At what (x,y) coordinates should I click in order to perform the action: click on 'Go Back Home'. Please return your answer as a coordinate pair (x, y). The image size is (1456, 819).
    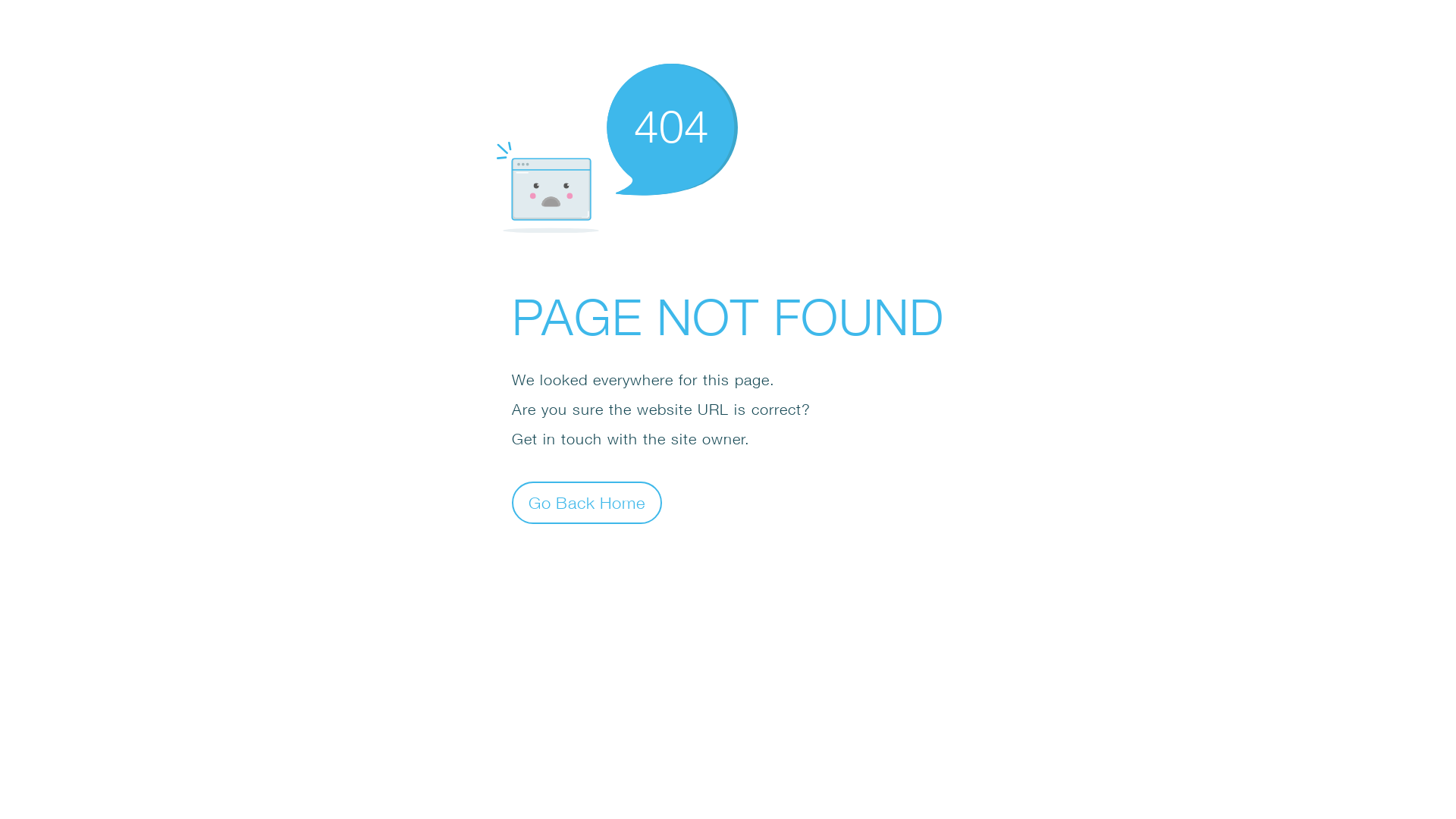
    Looking at the image, I should click on (585, 503).